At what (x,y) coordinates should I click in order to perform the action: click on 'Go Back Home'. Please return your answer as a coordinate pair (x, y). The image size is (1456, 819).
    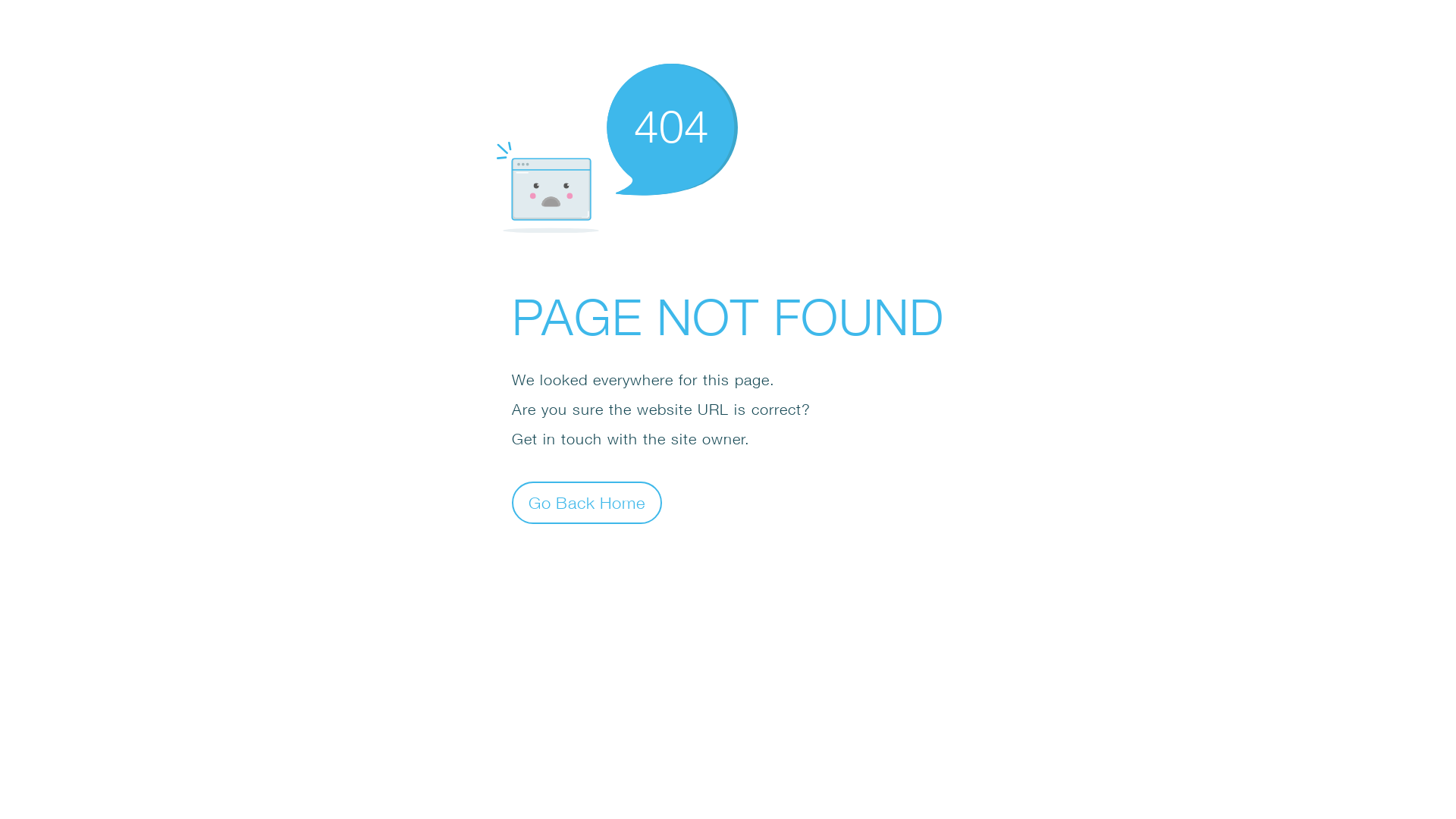
    Looking at the image, I should click on (585, 503).